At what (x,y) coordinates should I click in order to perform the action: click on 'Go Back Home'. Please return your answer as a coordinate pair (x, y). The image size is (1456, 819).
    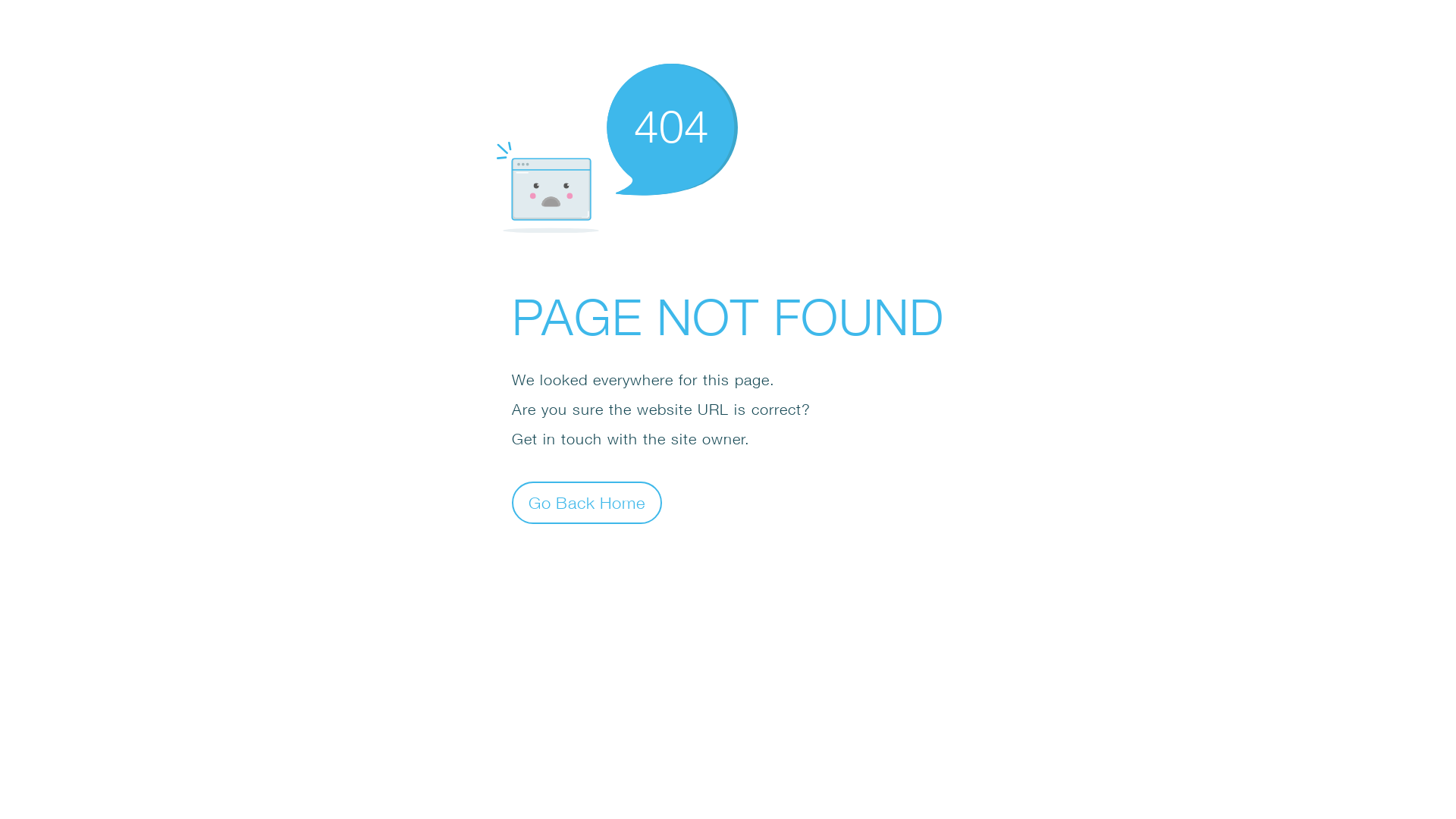
    Looking at the image, I should click on (585, 503).